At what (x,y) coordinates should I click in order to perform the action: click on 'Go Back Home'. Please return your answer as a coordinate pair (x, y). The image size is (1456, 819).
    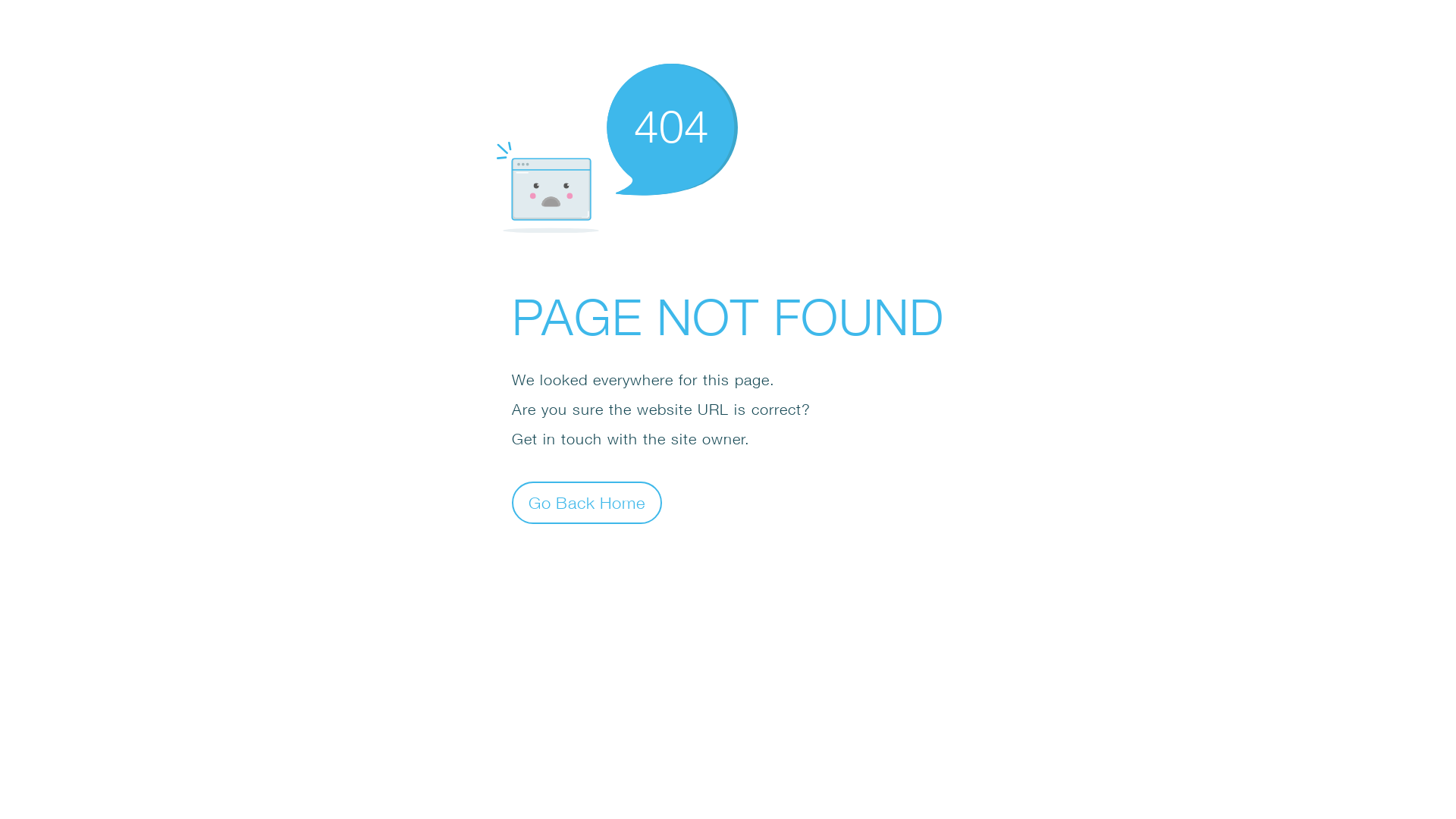
    Looking at the image, I should click on (585, 503).